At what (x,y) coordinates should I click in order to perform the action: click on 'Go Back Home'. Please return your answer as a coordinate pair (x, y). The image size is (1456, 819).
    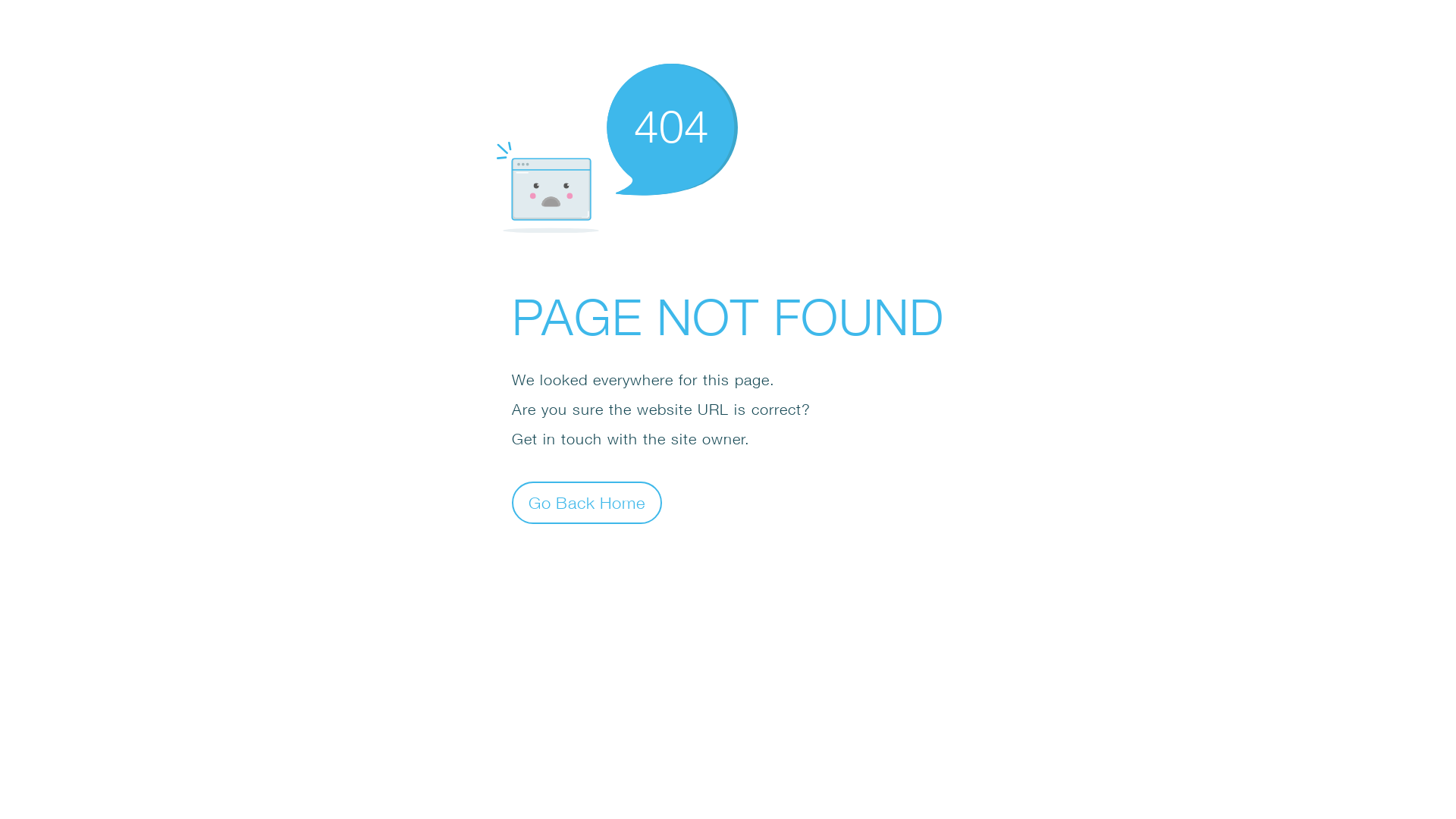
    Looking at the image, I should click on (585, 503).